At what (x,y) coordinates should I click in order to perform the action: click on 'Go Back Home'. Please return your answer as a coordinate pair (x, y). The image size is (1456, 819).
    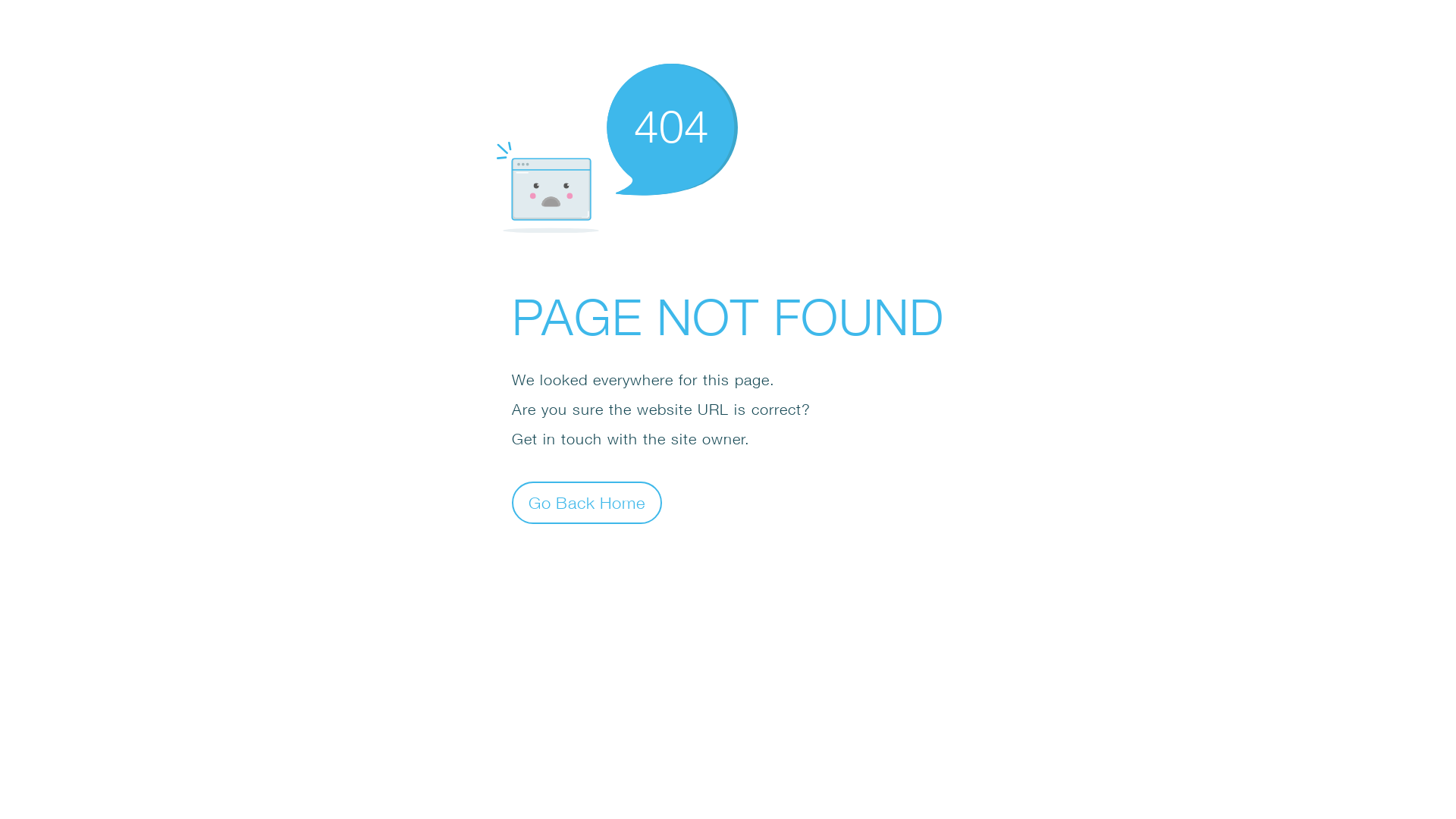
    Looking at the image, I should click on (585, 503).